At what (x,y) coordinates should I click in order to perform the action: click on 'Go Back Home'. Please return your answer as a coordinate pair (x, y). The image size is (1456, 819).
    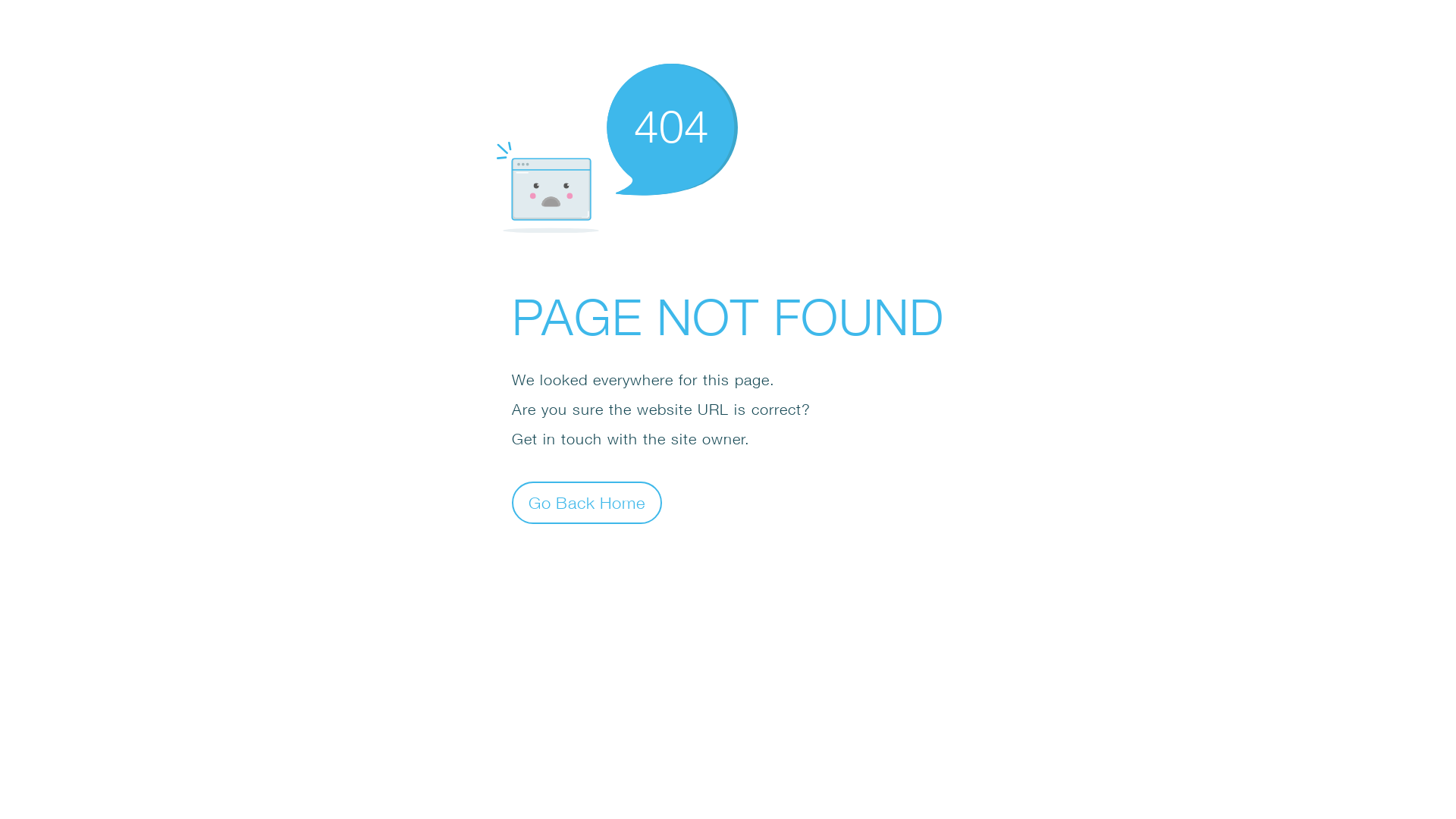
    Looking at the image, I should click on (585, 503).